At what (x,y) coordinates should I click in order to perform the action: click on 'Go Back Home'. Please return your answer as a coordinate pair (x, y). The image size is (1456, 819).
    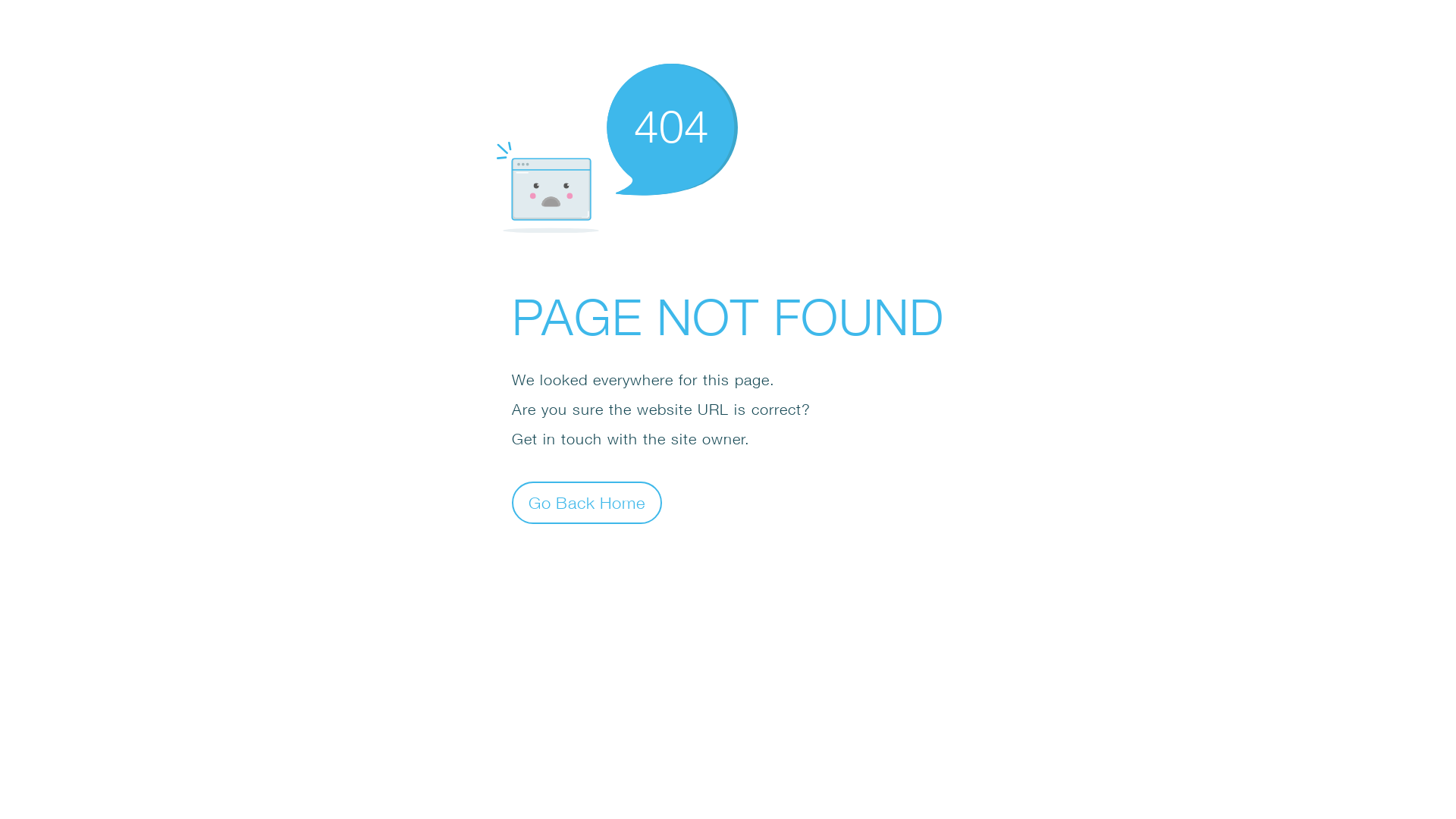
    Looking at the image, I should click on (585, 503).